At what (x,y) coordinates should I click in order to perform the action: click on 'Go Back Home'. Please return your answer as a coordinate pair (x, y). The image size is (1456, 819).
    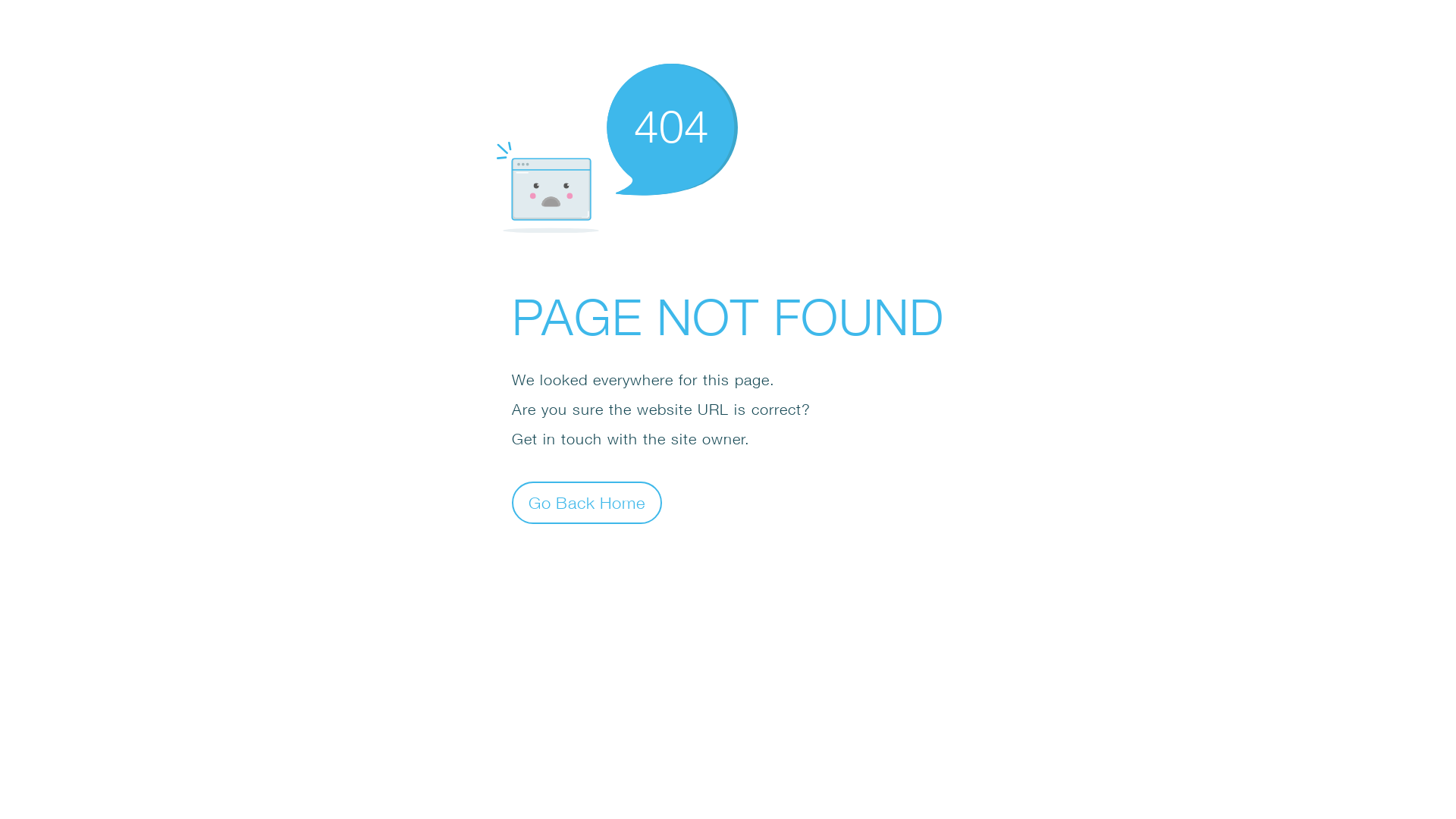
    Looking at the image, I should click on (585, 503).